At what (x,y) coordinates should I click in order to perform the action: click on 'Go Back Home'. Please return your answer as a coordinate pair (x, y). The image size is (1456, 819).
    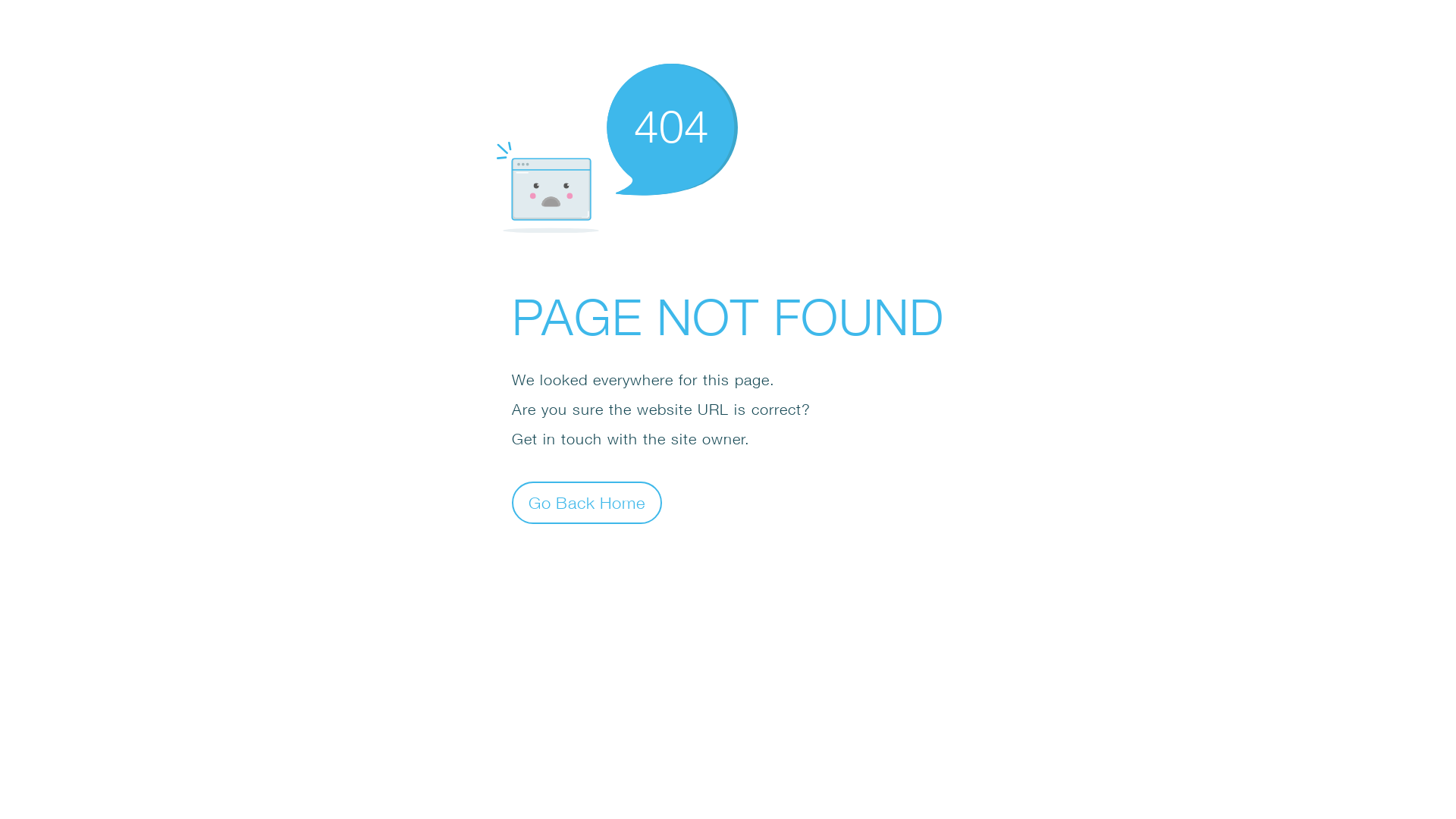
    Looking at the image, I should click on (585, 503).